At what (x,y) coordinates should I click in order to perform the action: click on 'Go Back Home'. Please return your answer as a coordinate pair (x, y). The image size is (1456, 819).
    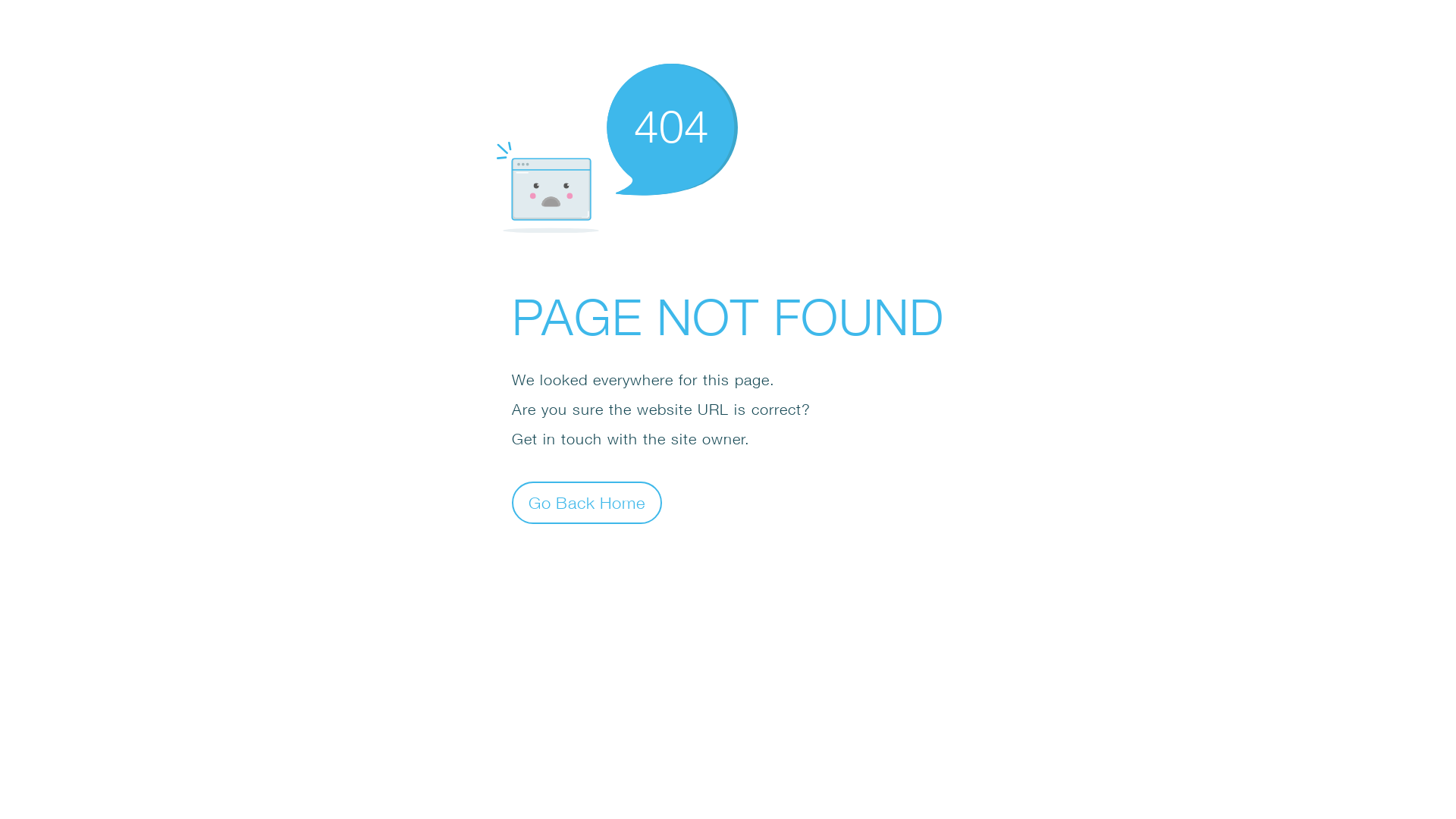
    Looking at the image, I should click on (585, 503).